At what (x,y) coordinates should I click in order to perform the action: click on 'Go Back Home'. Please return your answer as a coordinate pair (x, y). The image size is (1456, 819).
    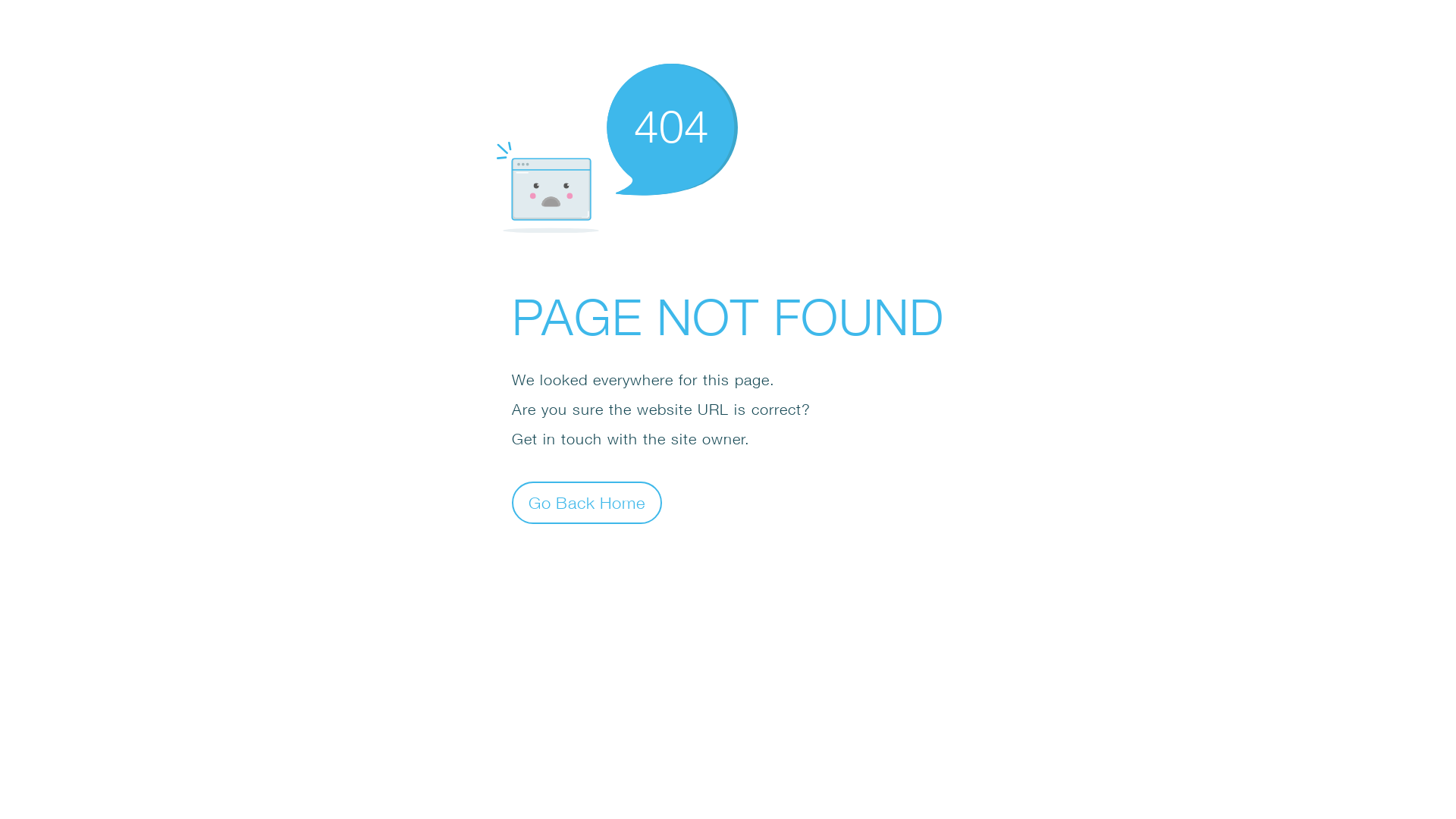
    Looking at the image, I should click on (585, 503).